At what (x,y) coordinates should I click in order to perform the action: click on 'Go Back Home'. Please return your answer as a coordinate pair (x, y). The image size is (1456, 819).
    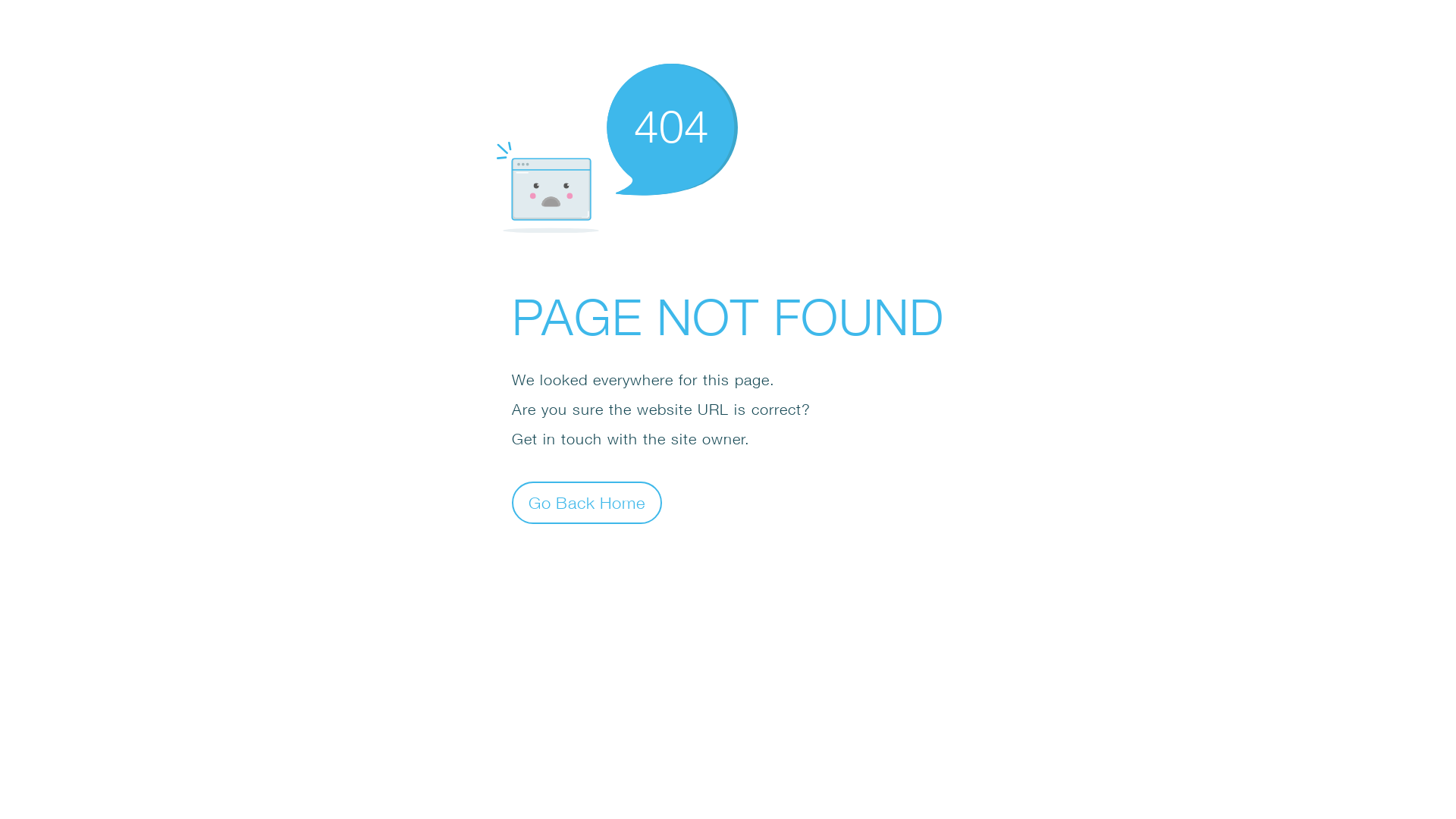
    Looking at the image, I should click on (585, 503).